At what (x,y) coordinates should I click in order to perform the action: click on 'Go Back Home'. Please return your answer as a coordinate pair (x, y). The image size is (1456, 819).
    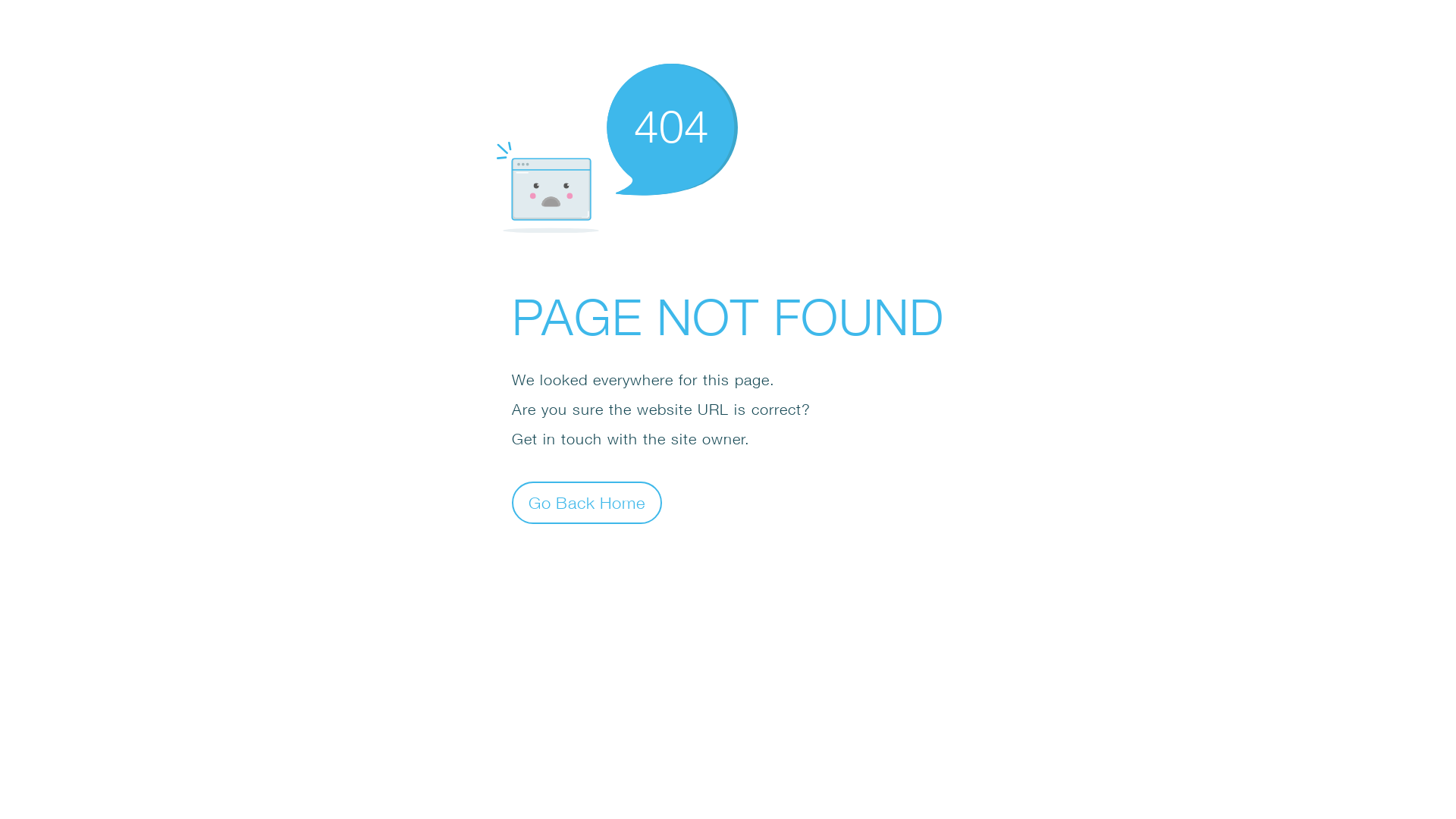
    Looking at the image, I should click on (585, 503).